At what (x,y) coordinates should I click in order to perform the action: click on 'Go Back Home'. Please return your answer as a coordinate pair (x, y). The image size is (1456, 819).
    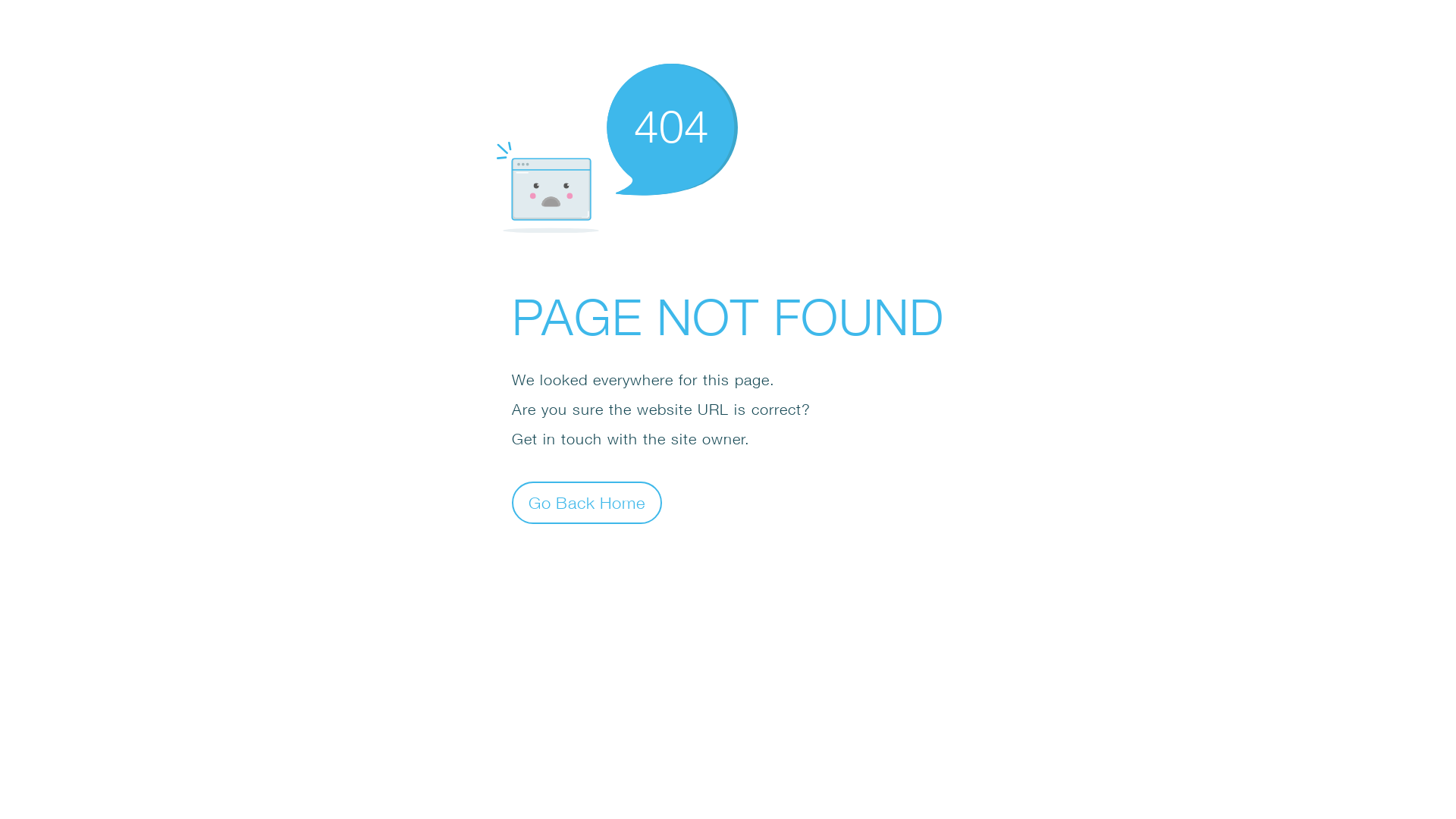
    Looking at the image, I should click on (585, 503).